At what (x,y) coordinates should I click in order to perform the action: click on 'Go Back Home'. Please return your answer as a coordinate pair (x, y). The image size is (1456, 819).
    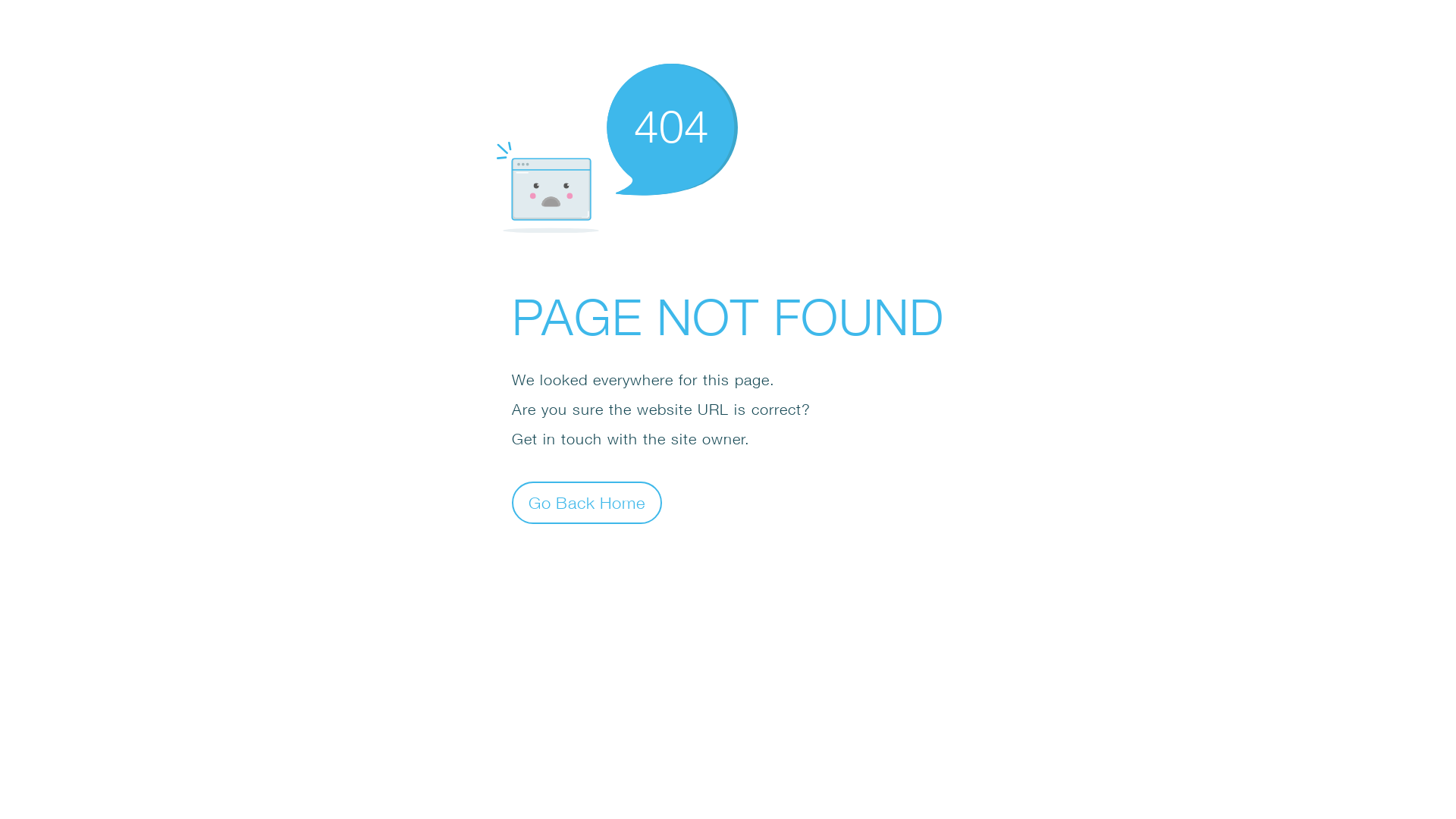
    Looking at the image, I should click on (585, 503).